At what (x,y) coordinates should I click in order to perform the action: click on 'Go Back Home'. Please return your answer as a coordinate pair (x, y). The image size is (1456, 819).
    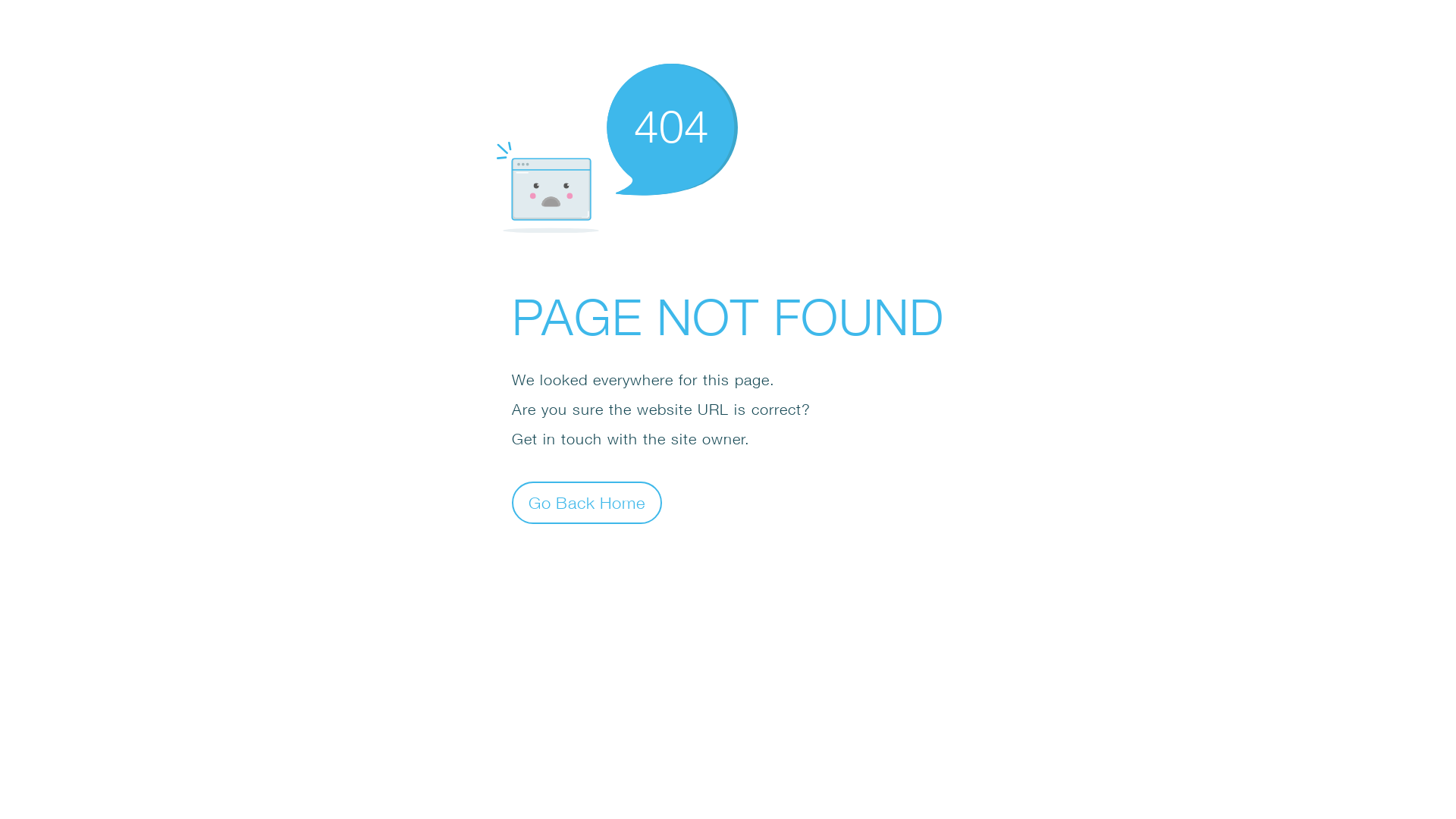
    Looking at the image, I should click on (585, 503).